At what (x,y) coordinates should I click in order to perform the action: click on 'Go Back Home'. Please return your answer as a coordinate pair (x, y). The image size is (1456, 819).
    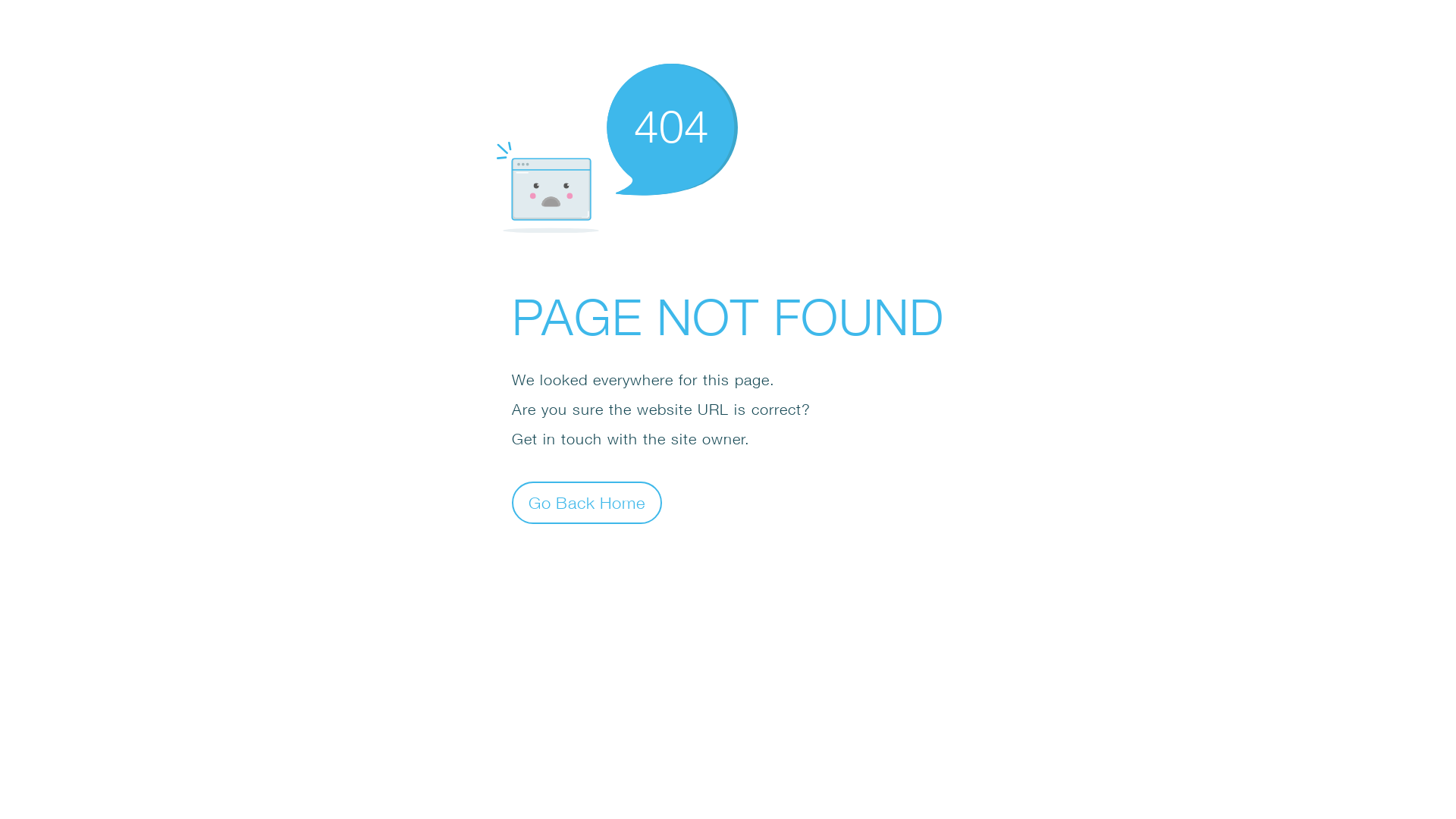
    Looking at the image, I should click on (585, 503).